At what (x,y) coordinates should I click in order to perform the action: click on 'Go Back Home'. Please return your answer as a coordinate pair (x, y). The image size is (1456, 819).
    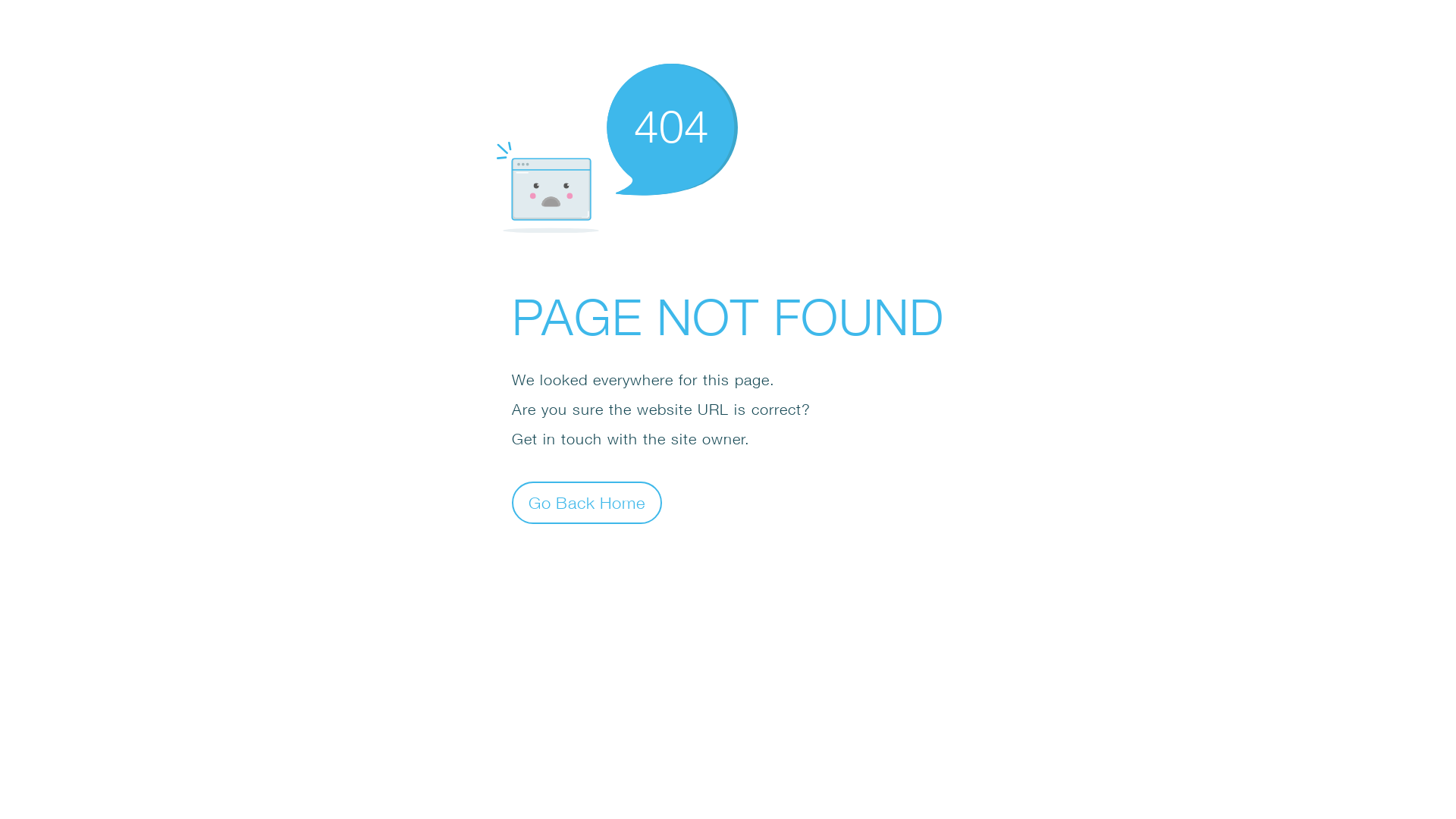
    Looking at the image, I should click on (585, 503).